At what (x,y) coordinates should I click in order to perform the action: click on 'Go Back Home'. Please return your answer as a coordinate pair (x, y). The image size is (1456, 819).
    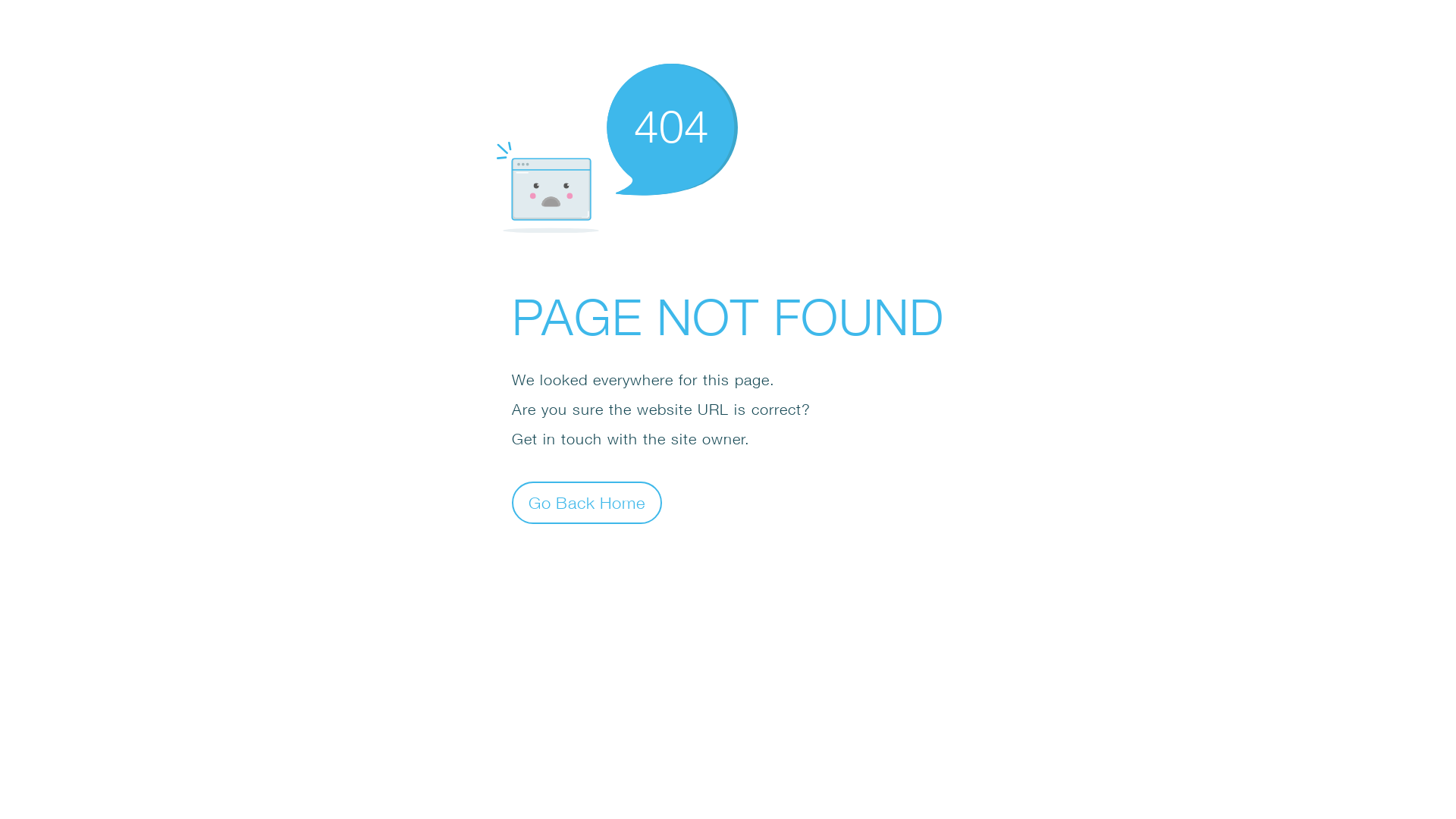
    Looking at the image, I should click on (585, 503).